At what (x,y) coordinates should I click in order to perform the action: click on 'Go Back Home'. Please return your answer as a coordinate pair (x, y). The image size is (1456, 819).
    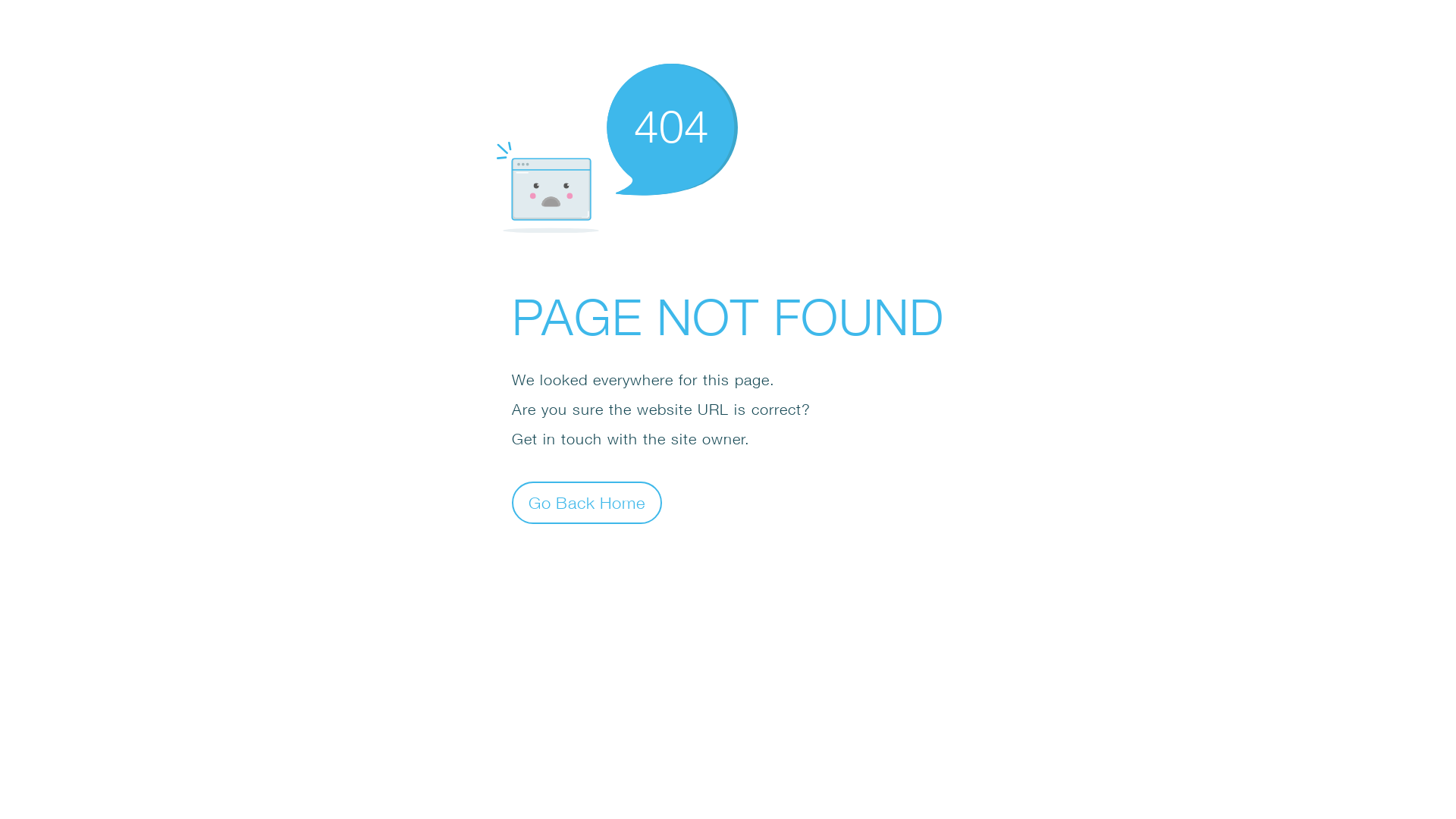
    Looking at the image, I should click on (585, 503).